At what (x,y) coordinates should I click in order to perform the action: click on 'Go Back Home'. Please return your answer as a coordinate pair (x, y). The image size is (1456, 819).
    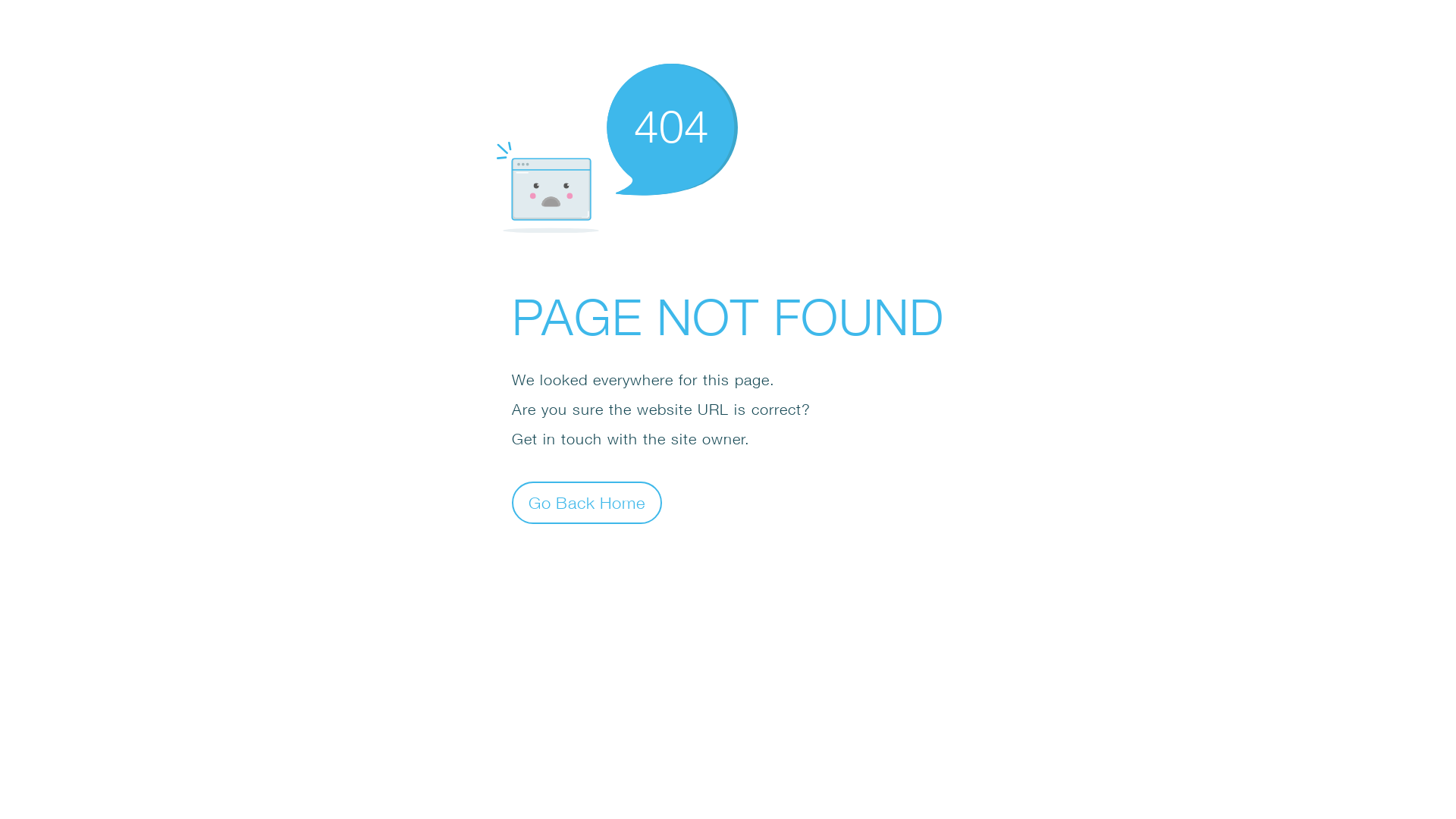
    Looking at the image, I should click on (585, 503).